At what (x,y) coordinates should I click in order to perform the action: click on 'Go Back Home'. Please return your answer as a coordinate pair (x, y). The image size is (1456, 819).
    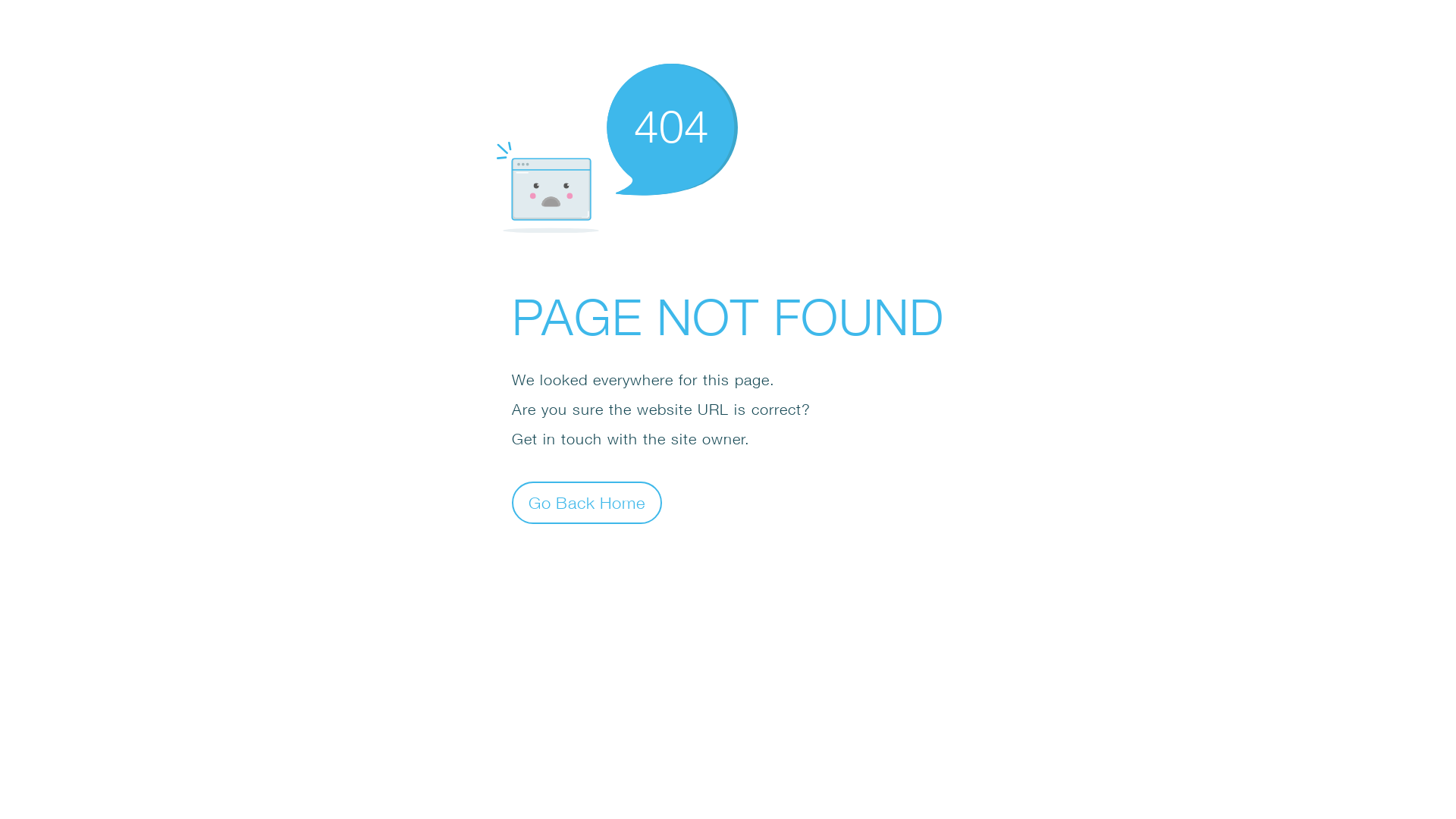
    Looking at the image, I should click on (585, 503).